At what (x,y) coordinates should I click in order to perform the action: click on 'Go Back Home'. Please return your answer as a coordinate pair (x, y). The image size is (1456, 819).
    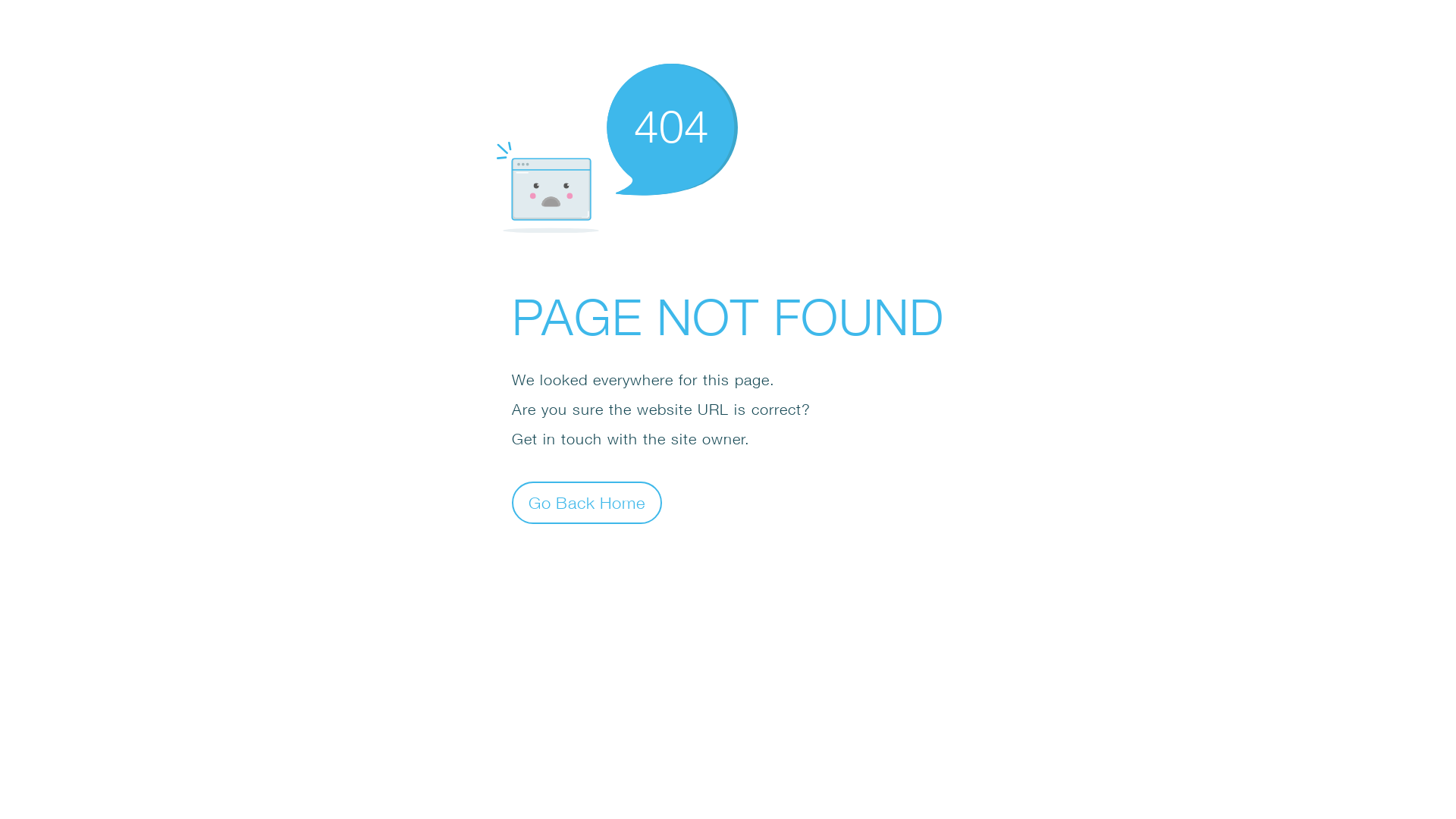
    Looking at the image, I should click on (585, 503).